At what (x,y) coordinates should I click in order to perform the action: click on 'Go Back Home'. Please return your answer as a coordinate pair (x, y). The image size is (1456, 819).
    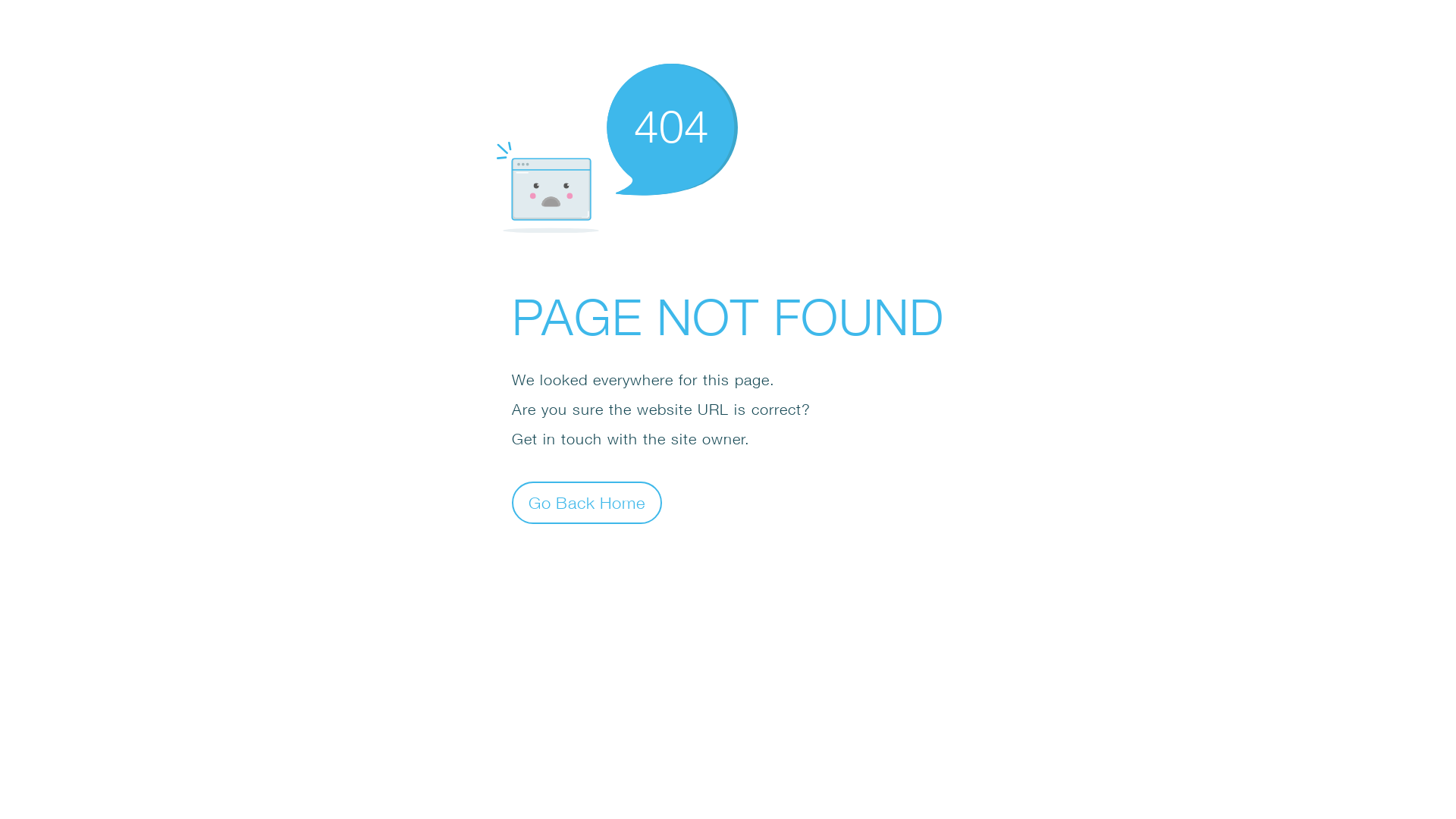
    Looking at the image, I should click on (585, 503).